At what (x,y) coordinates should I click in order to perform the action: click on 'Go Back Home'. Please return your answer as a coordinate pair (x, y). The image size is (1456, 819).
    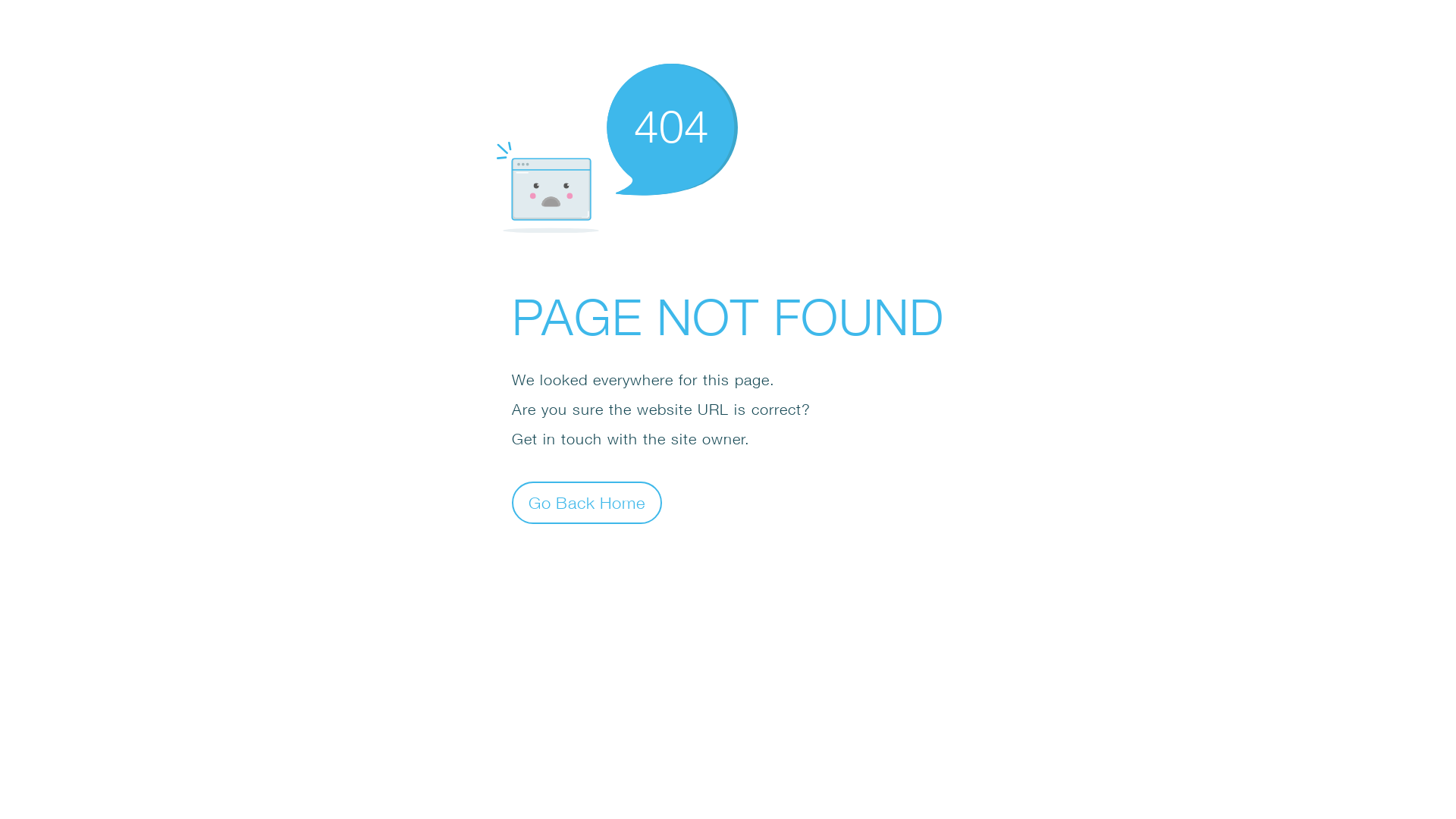
    Looking at the image, I should click on (585, 503).